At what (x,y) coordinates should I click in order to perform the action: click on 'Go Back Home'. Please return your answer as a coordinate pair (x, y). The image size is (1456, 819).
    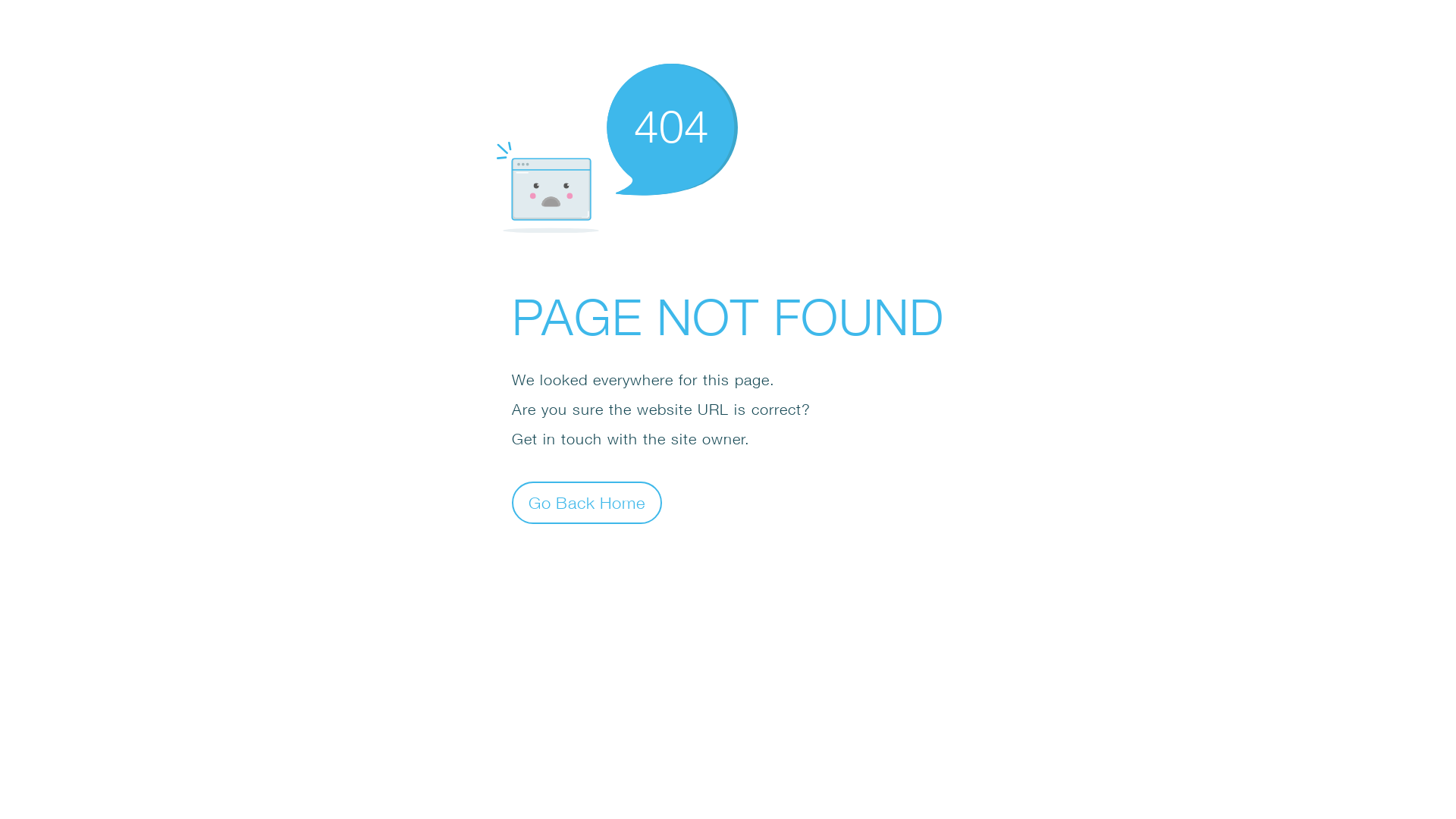
    Looking at the image, I should click on (585, 503).